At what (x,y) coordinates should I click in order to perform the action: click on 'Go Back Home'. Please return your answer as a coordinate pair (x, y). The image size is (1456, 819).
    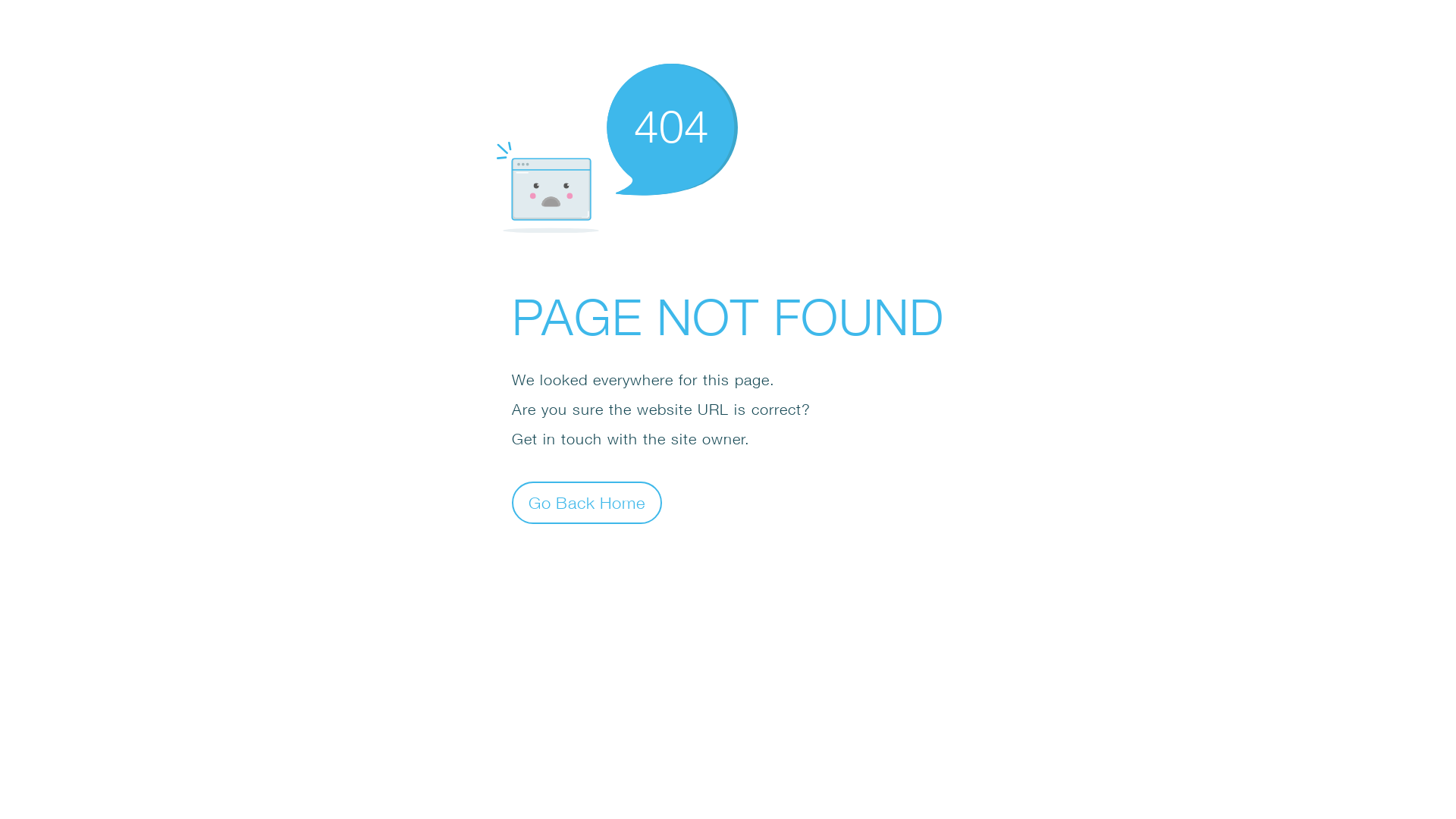
    Looking at the image, I should click on (585, 503).